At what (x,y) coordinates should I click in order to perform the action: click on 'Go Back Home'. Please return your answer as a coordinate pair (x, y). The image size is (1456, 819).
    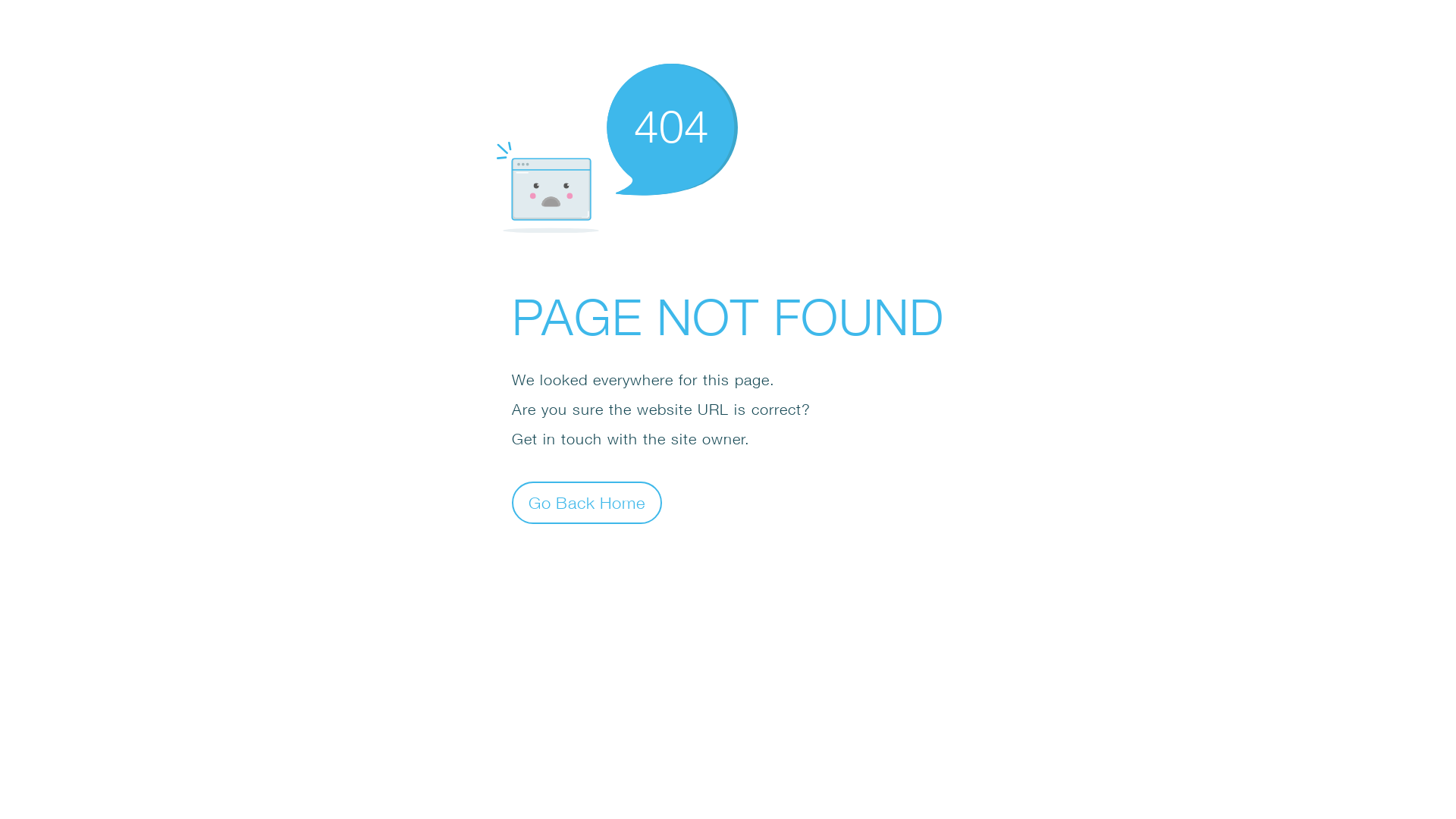
    Looking at the image, I should click on (585, 503).